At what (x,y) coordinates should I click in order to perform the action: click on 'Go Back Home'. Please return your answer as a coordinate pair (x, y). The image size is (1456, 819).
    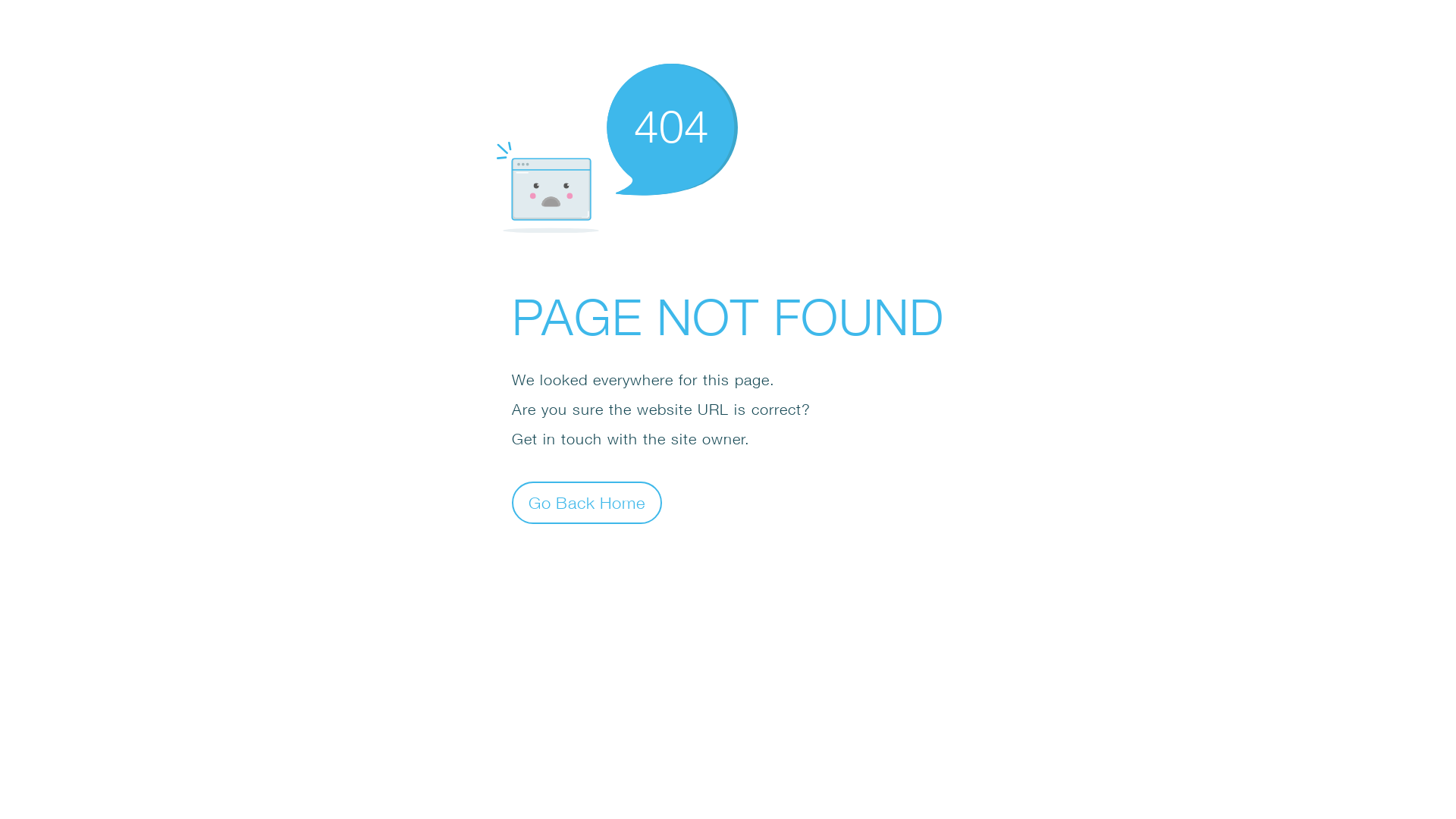
    Looking at the image, I should click on (585, 503).